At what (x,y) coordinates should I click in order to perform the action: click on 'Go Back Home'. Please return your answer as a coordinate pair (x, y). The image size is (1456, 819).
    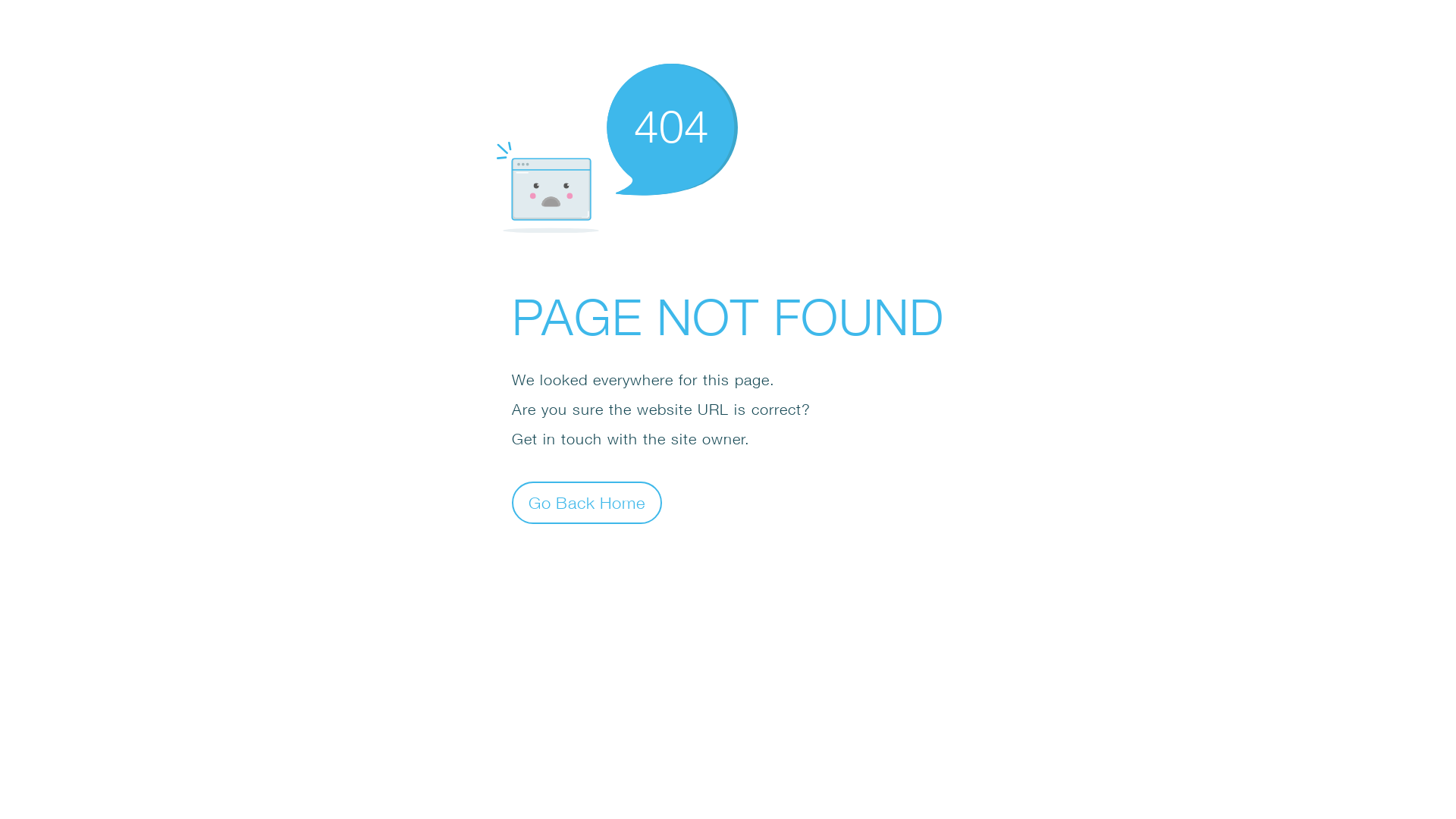
    Looking at the image, I should click on (585, 503).